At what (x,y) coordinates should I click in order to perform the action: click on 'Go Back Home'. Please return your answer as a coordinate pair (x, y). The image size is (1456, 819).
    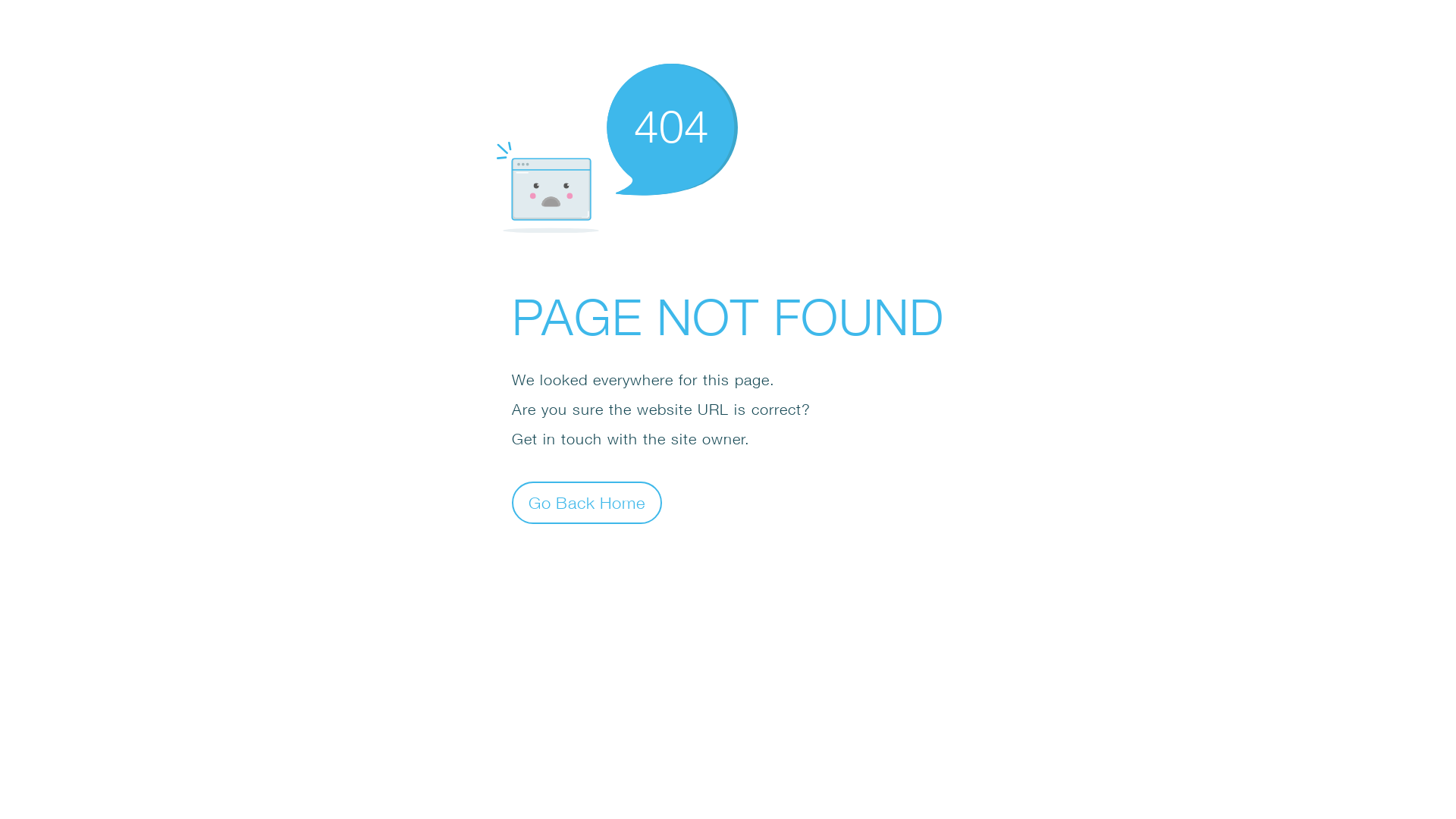
    Looking at the image, I should click on (585, 503).